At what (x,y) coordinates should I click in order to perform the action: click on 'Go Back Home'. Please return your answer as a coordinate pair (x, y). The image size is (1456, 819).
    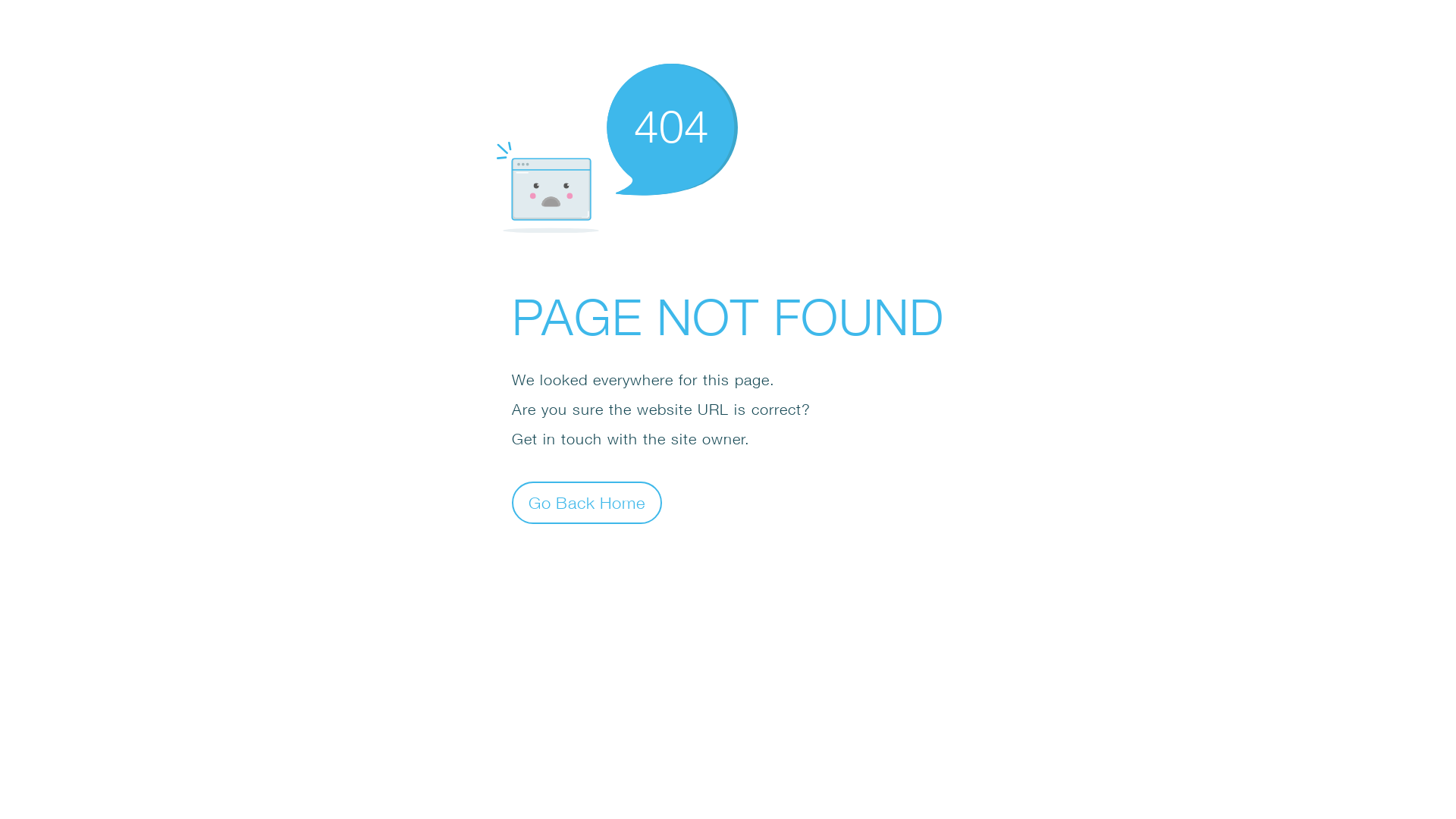
    Looking at the image, I should click on (585, 503).